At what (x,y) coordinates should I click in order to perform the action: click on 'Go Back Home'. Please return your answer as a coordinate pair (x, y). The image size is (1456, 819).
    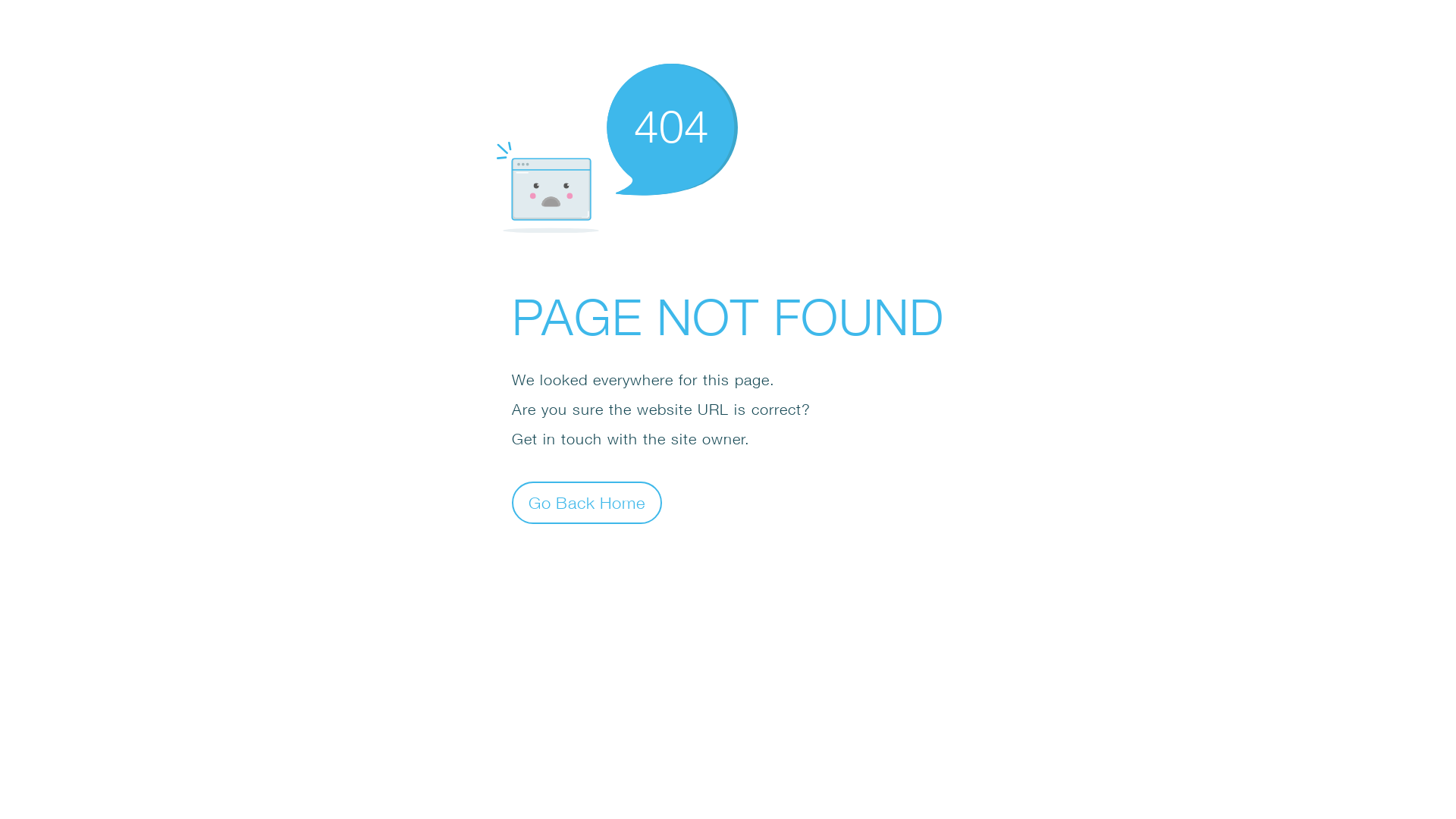
    Looking at the image, I should click on (585, 503).